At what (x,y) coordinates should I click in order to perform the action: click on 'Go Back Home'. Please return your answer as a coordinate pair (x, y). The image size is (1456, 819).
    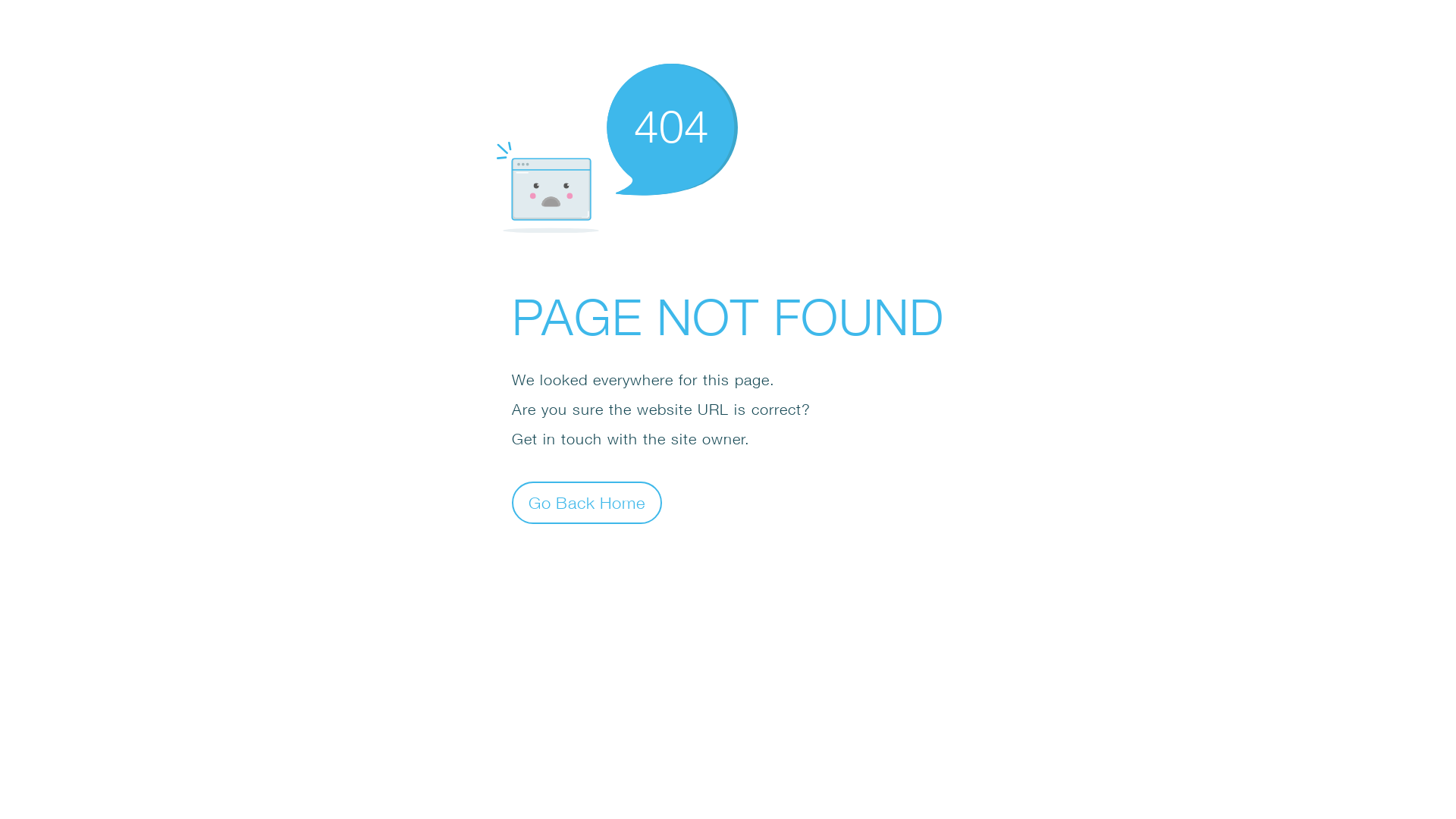
    Looking at the image, I should click on (585, 503).